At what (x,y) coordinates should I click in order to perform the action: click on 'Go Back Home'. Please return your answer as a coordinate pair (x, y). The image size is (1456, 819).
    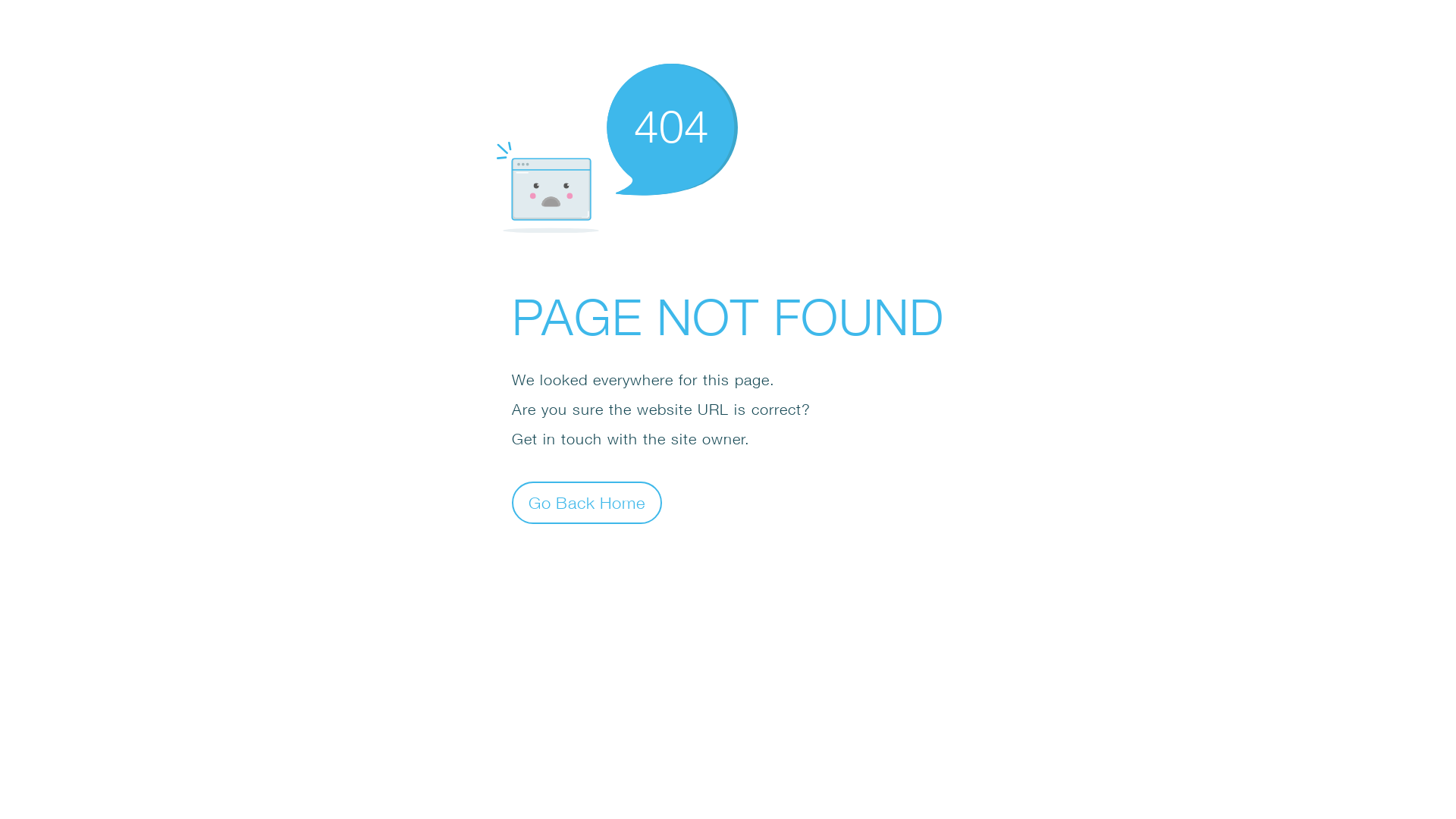
    Looking at the image, I should click on (585, 503).